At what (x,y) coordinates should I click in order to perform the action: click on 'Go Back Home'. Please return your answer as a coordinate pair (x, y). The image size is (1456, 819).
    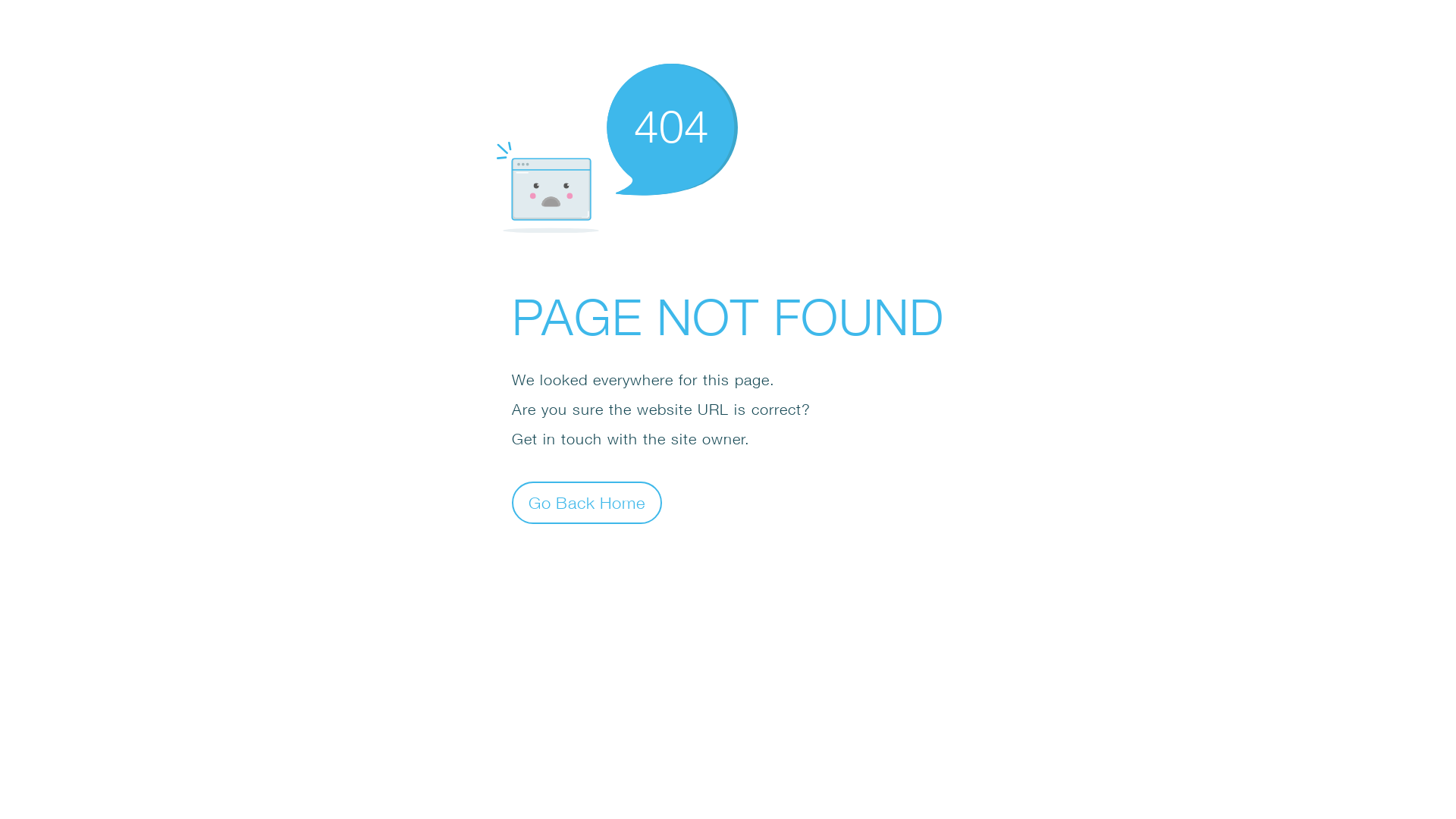
    Looking at the image, I should click on (585, 503).